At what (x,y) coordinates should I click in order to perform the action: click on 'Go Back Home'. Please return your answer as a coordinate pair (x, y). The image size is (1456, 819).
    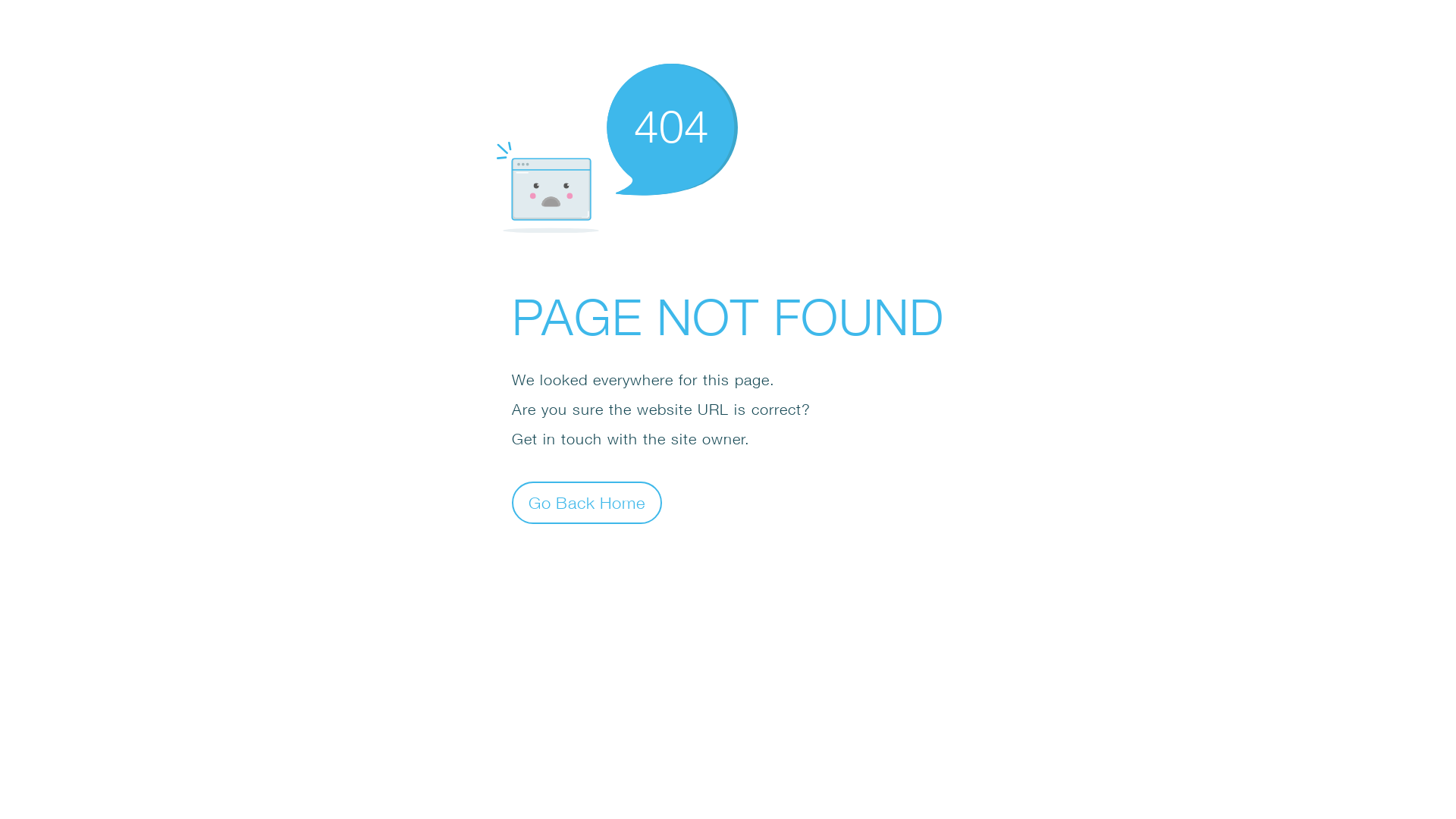
    Looking at the image, I should click on (585, 503).